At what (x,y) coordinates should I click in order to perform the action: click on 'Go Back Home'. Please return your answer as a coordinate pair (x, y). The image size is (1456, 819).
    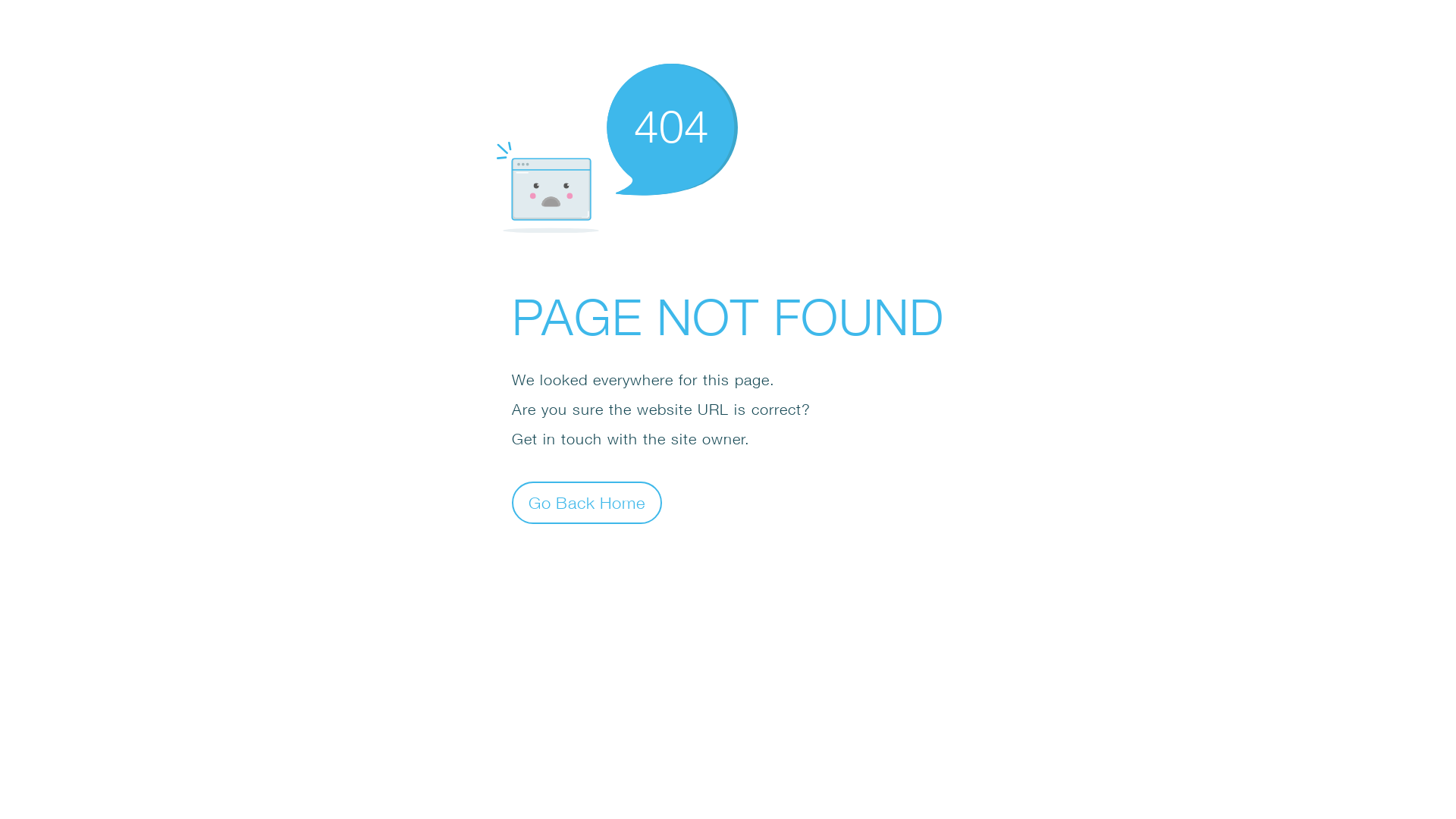
    Looking at the image, I should click on (585, 503).